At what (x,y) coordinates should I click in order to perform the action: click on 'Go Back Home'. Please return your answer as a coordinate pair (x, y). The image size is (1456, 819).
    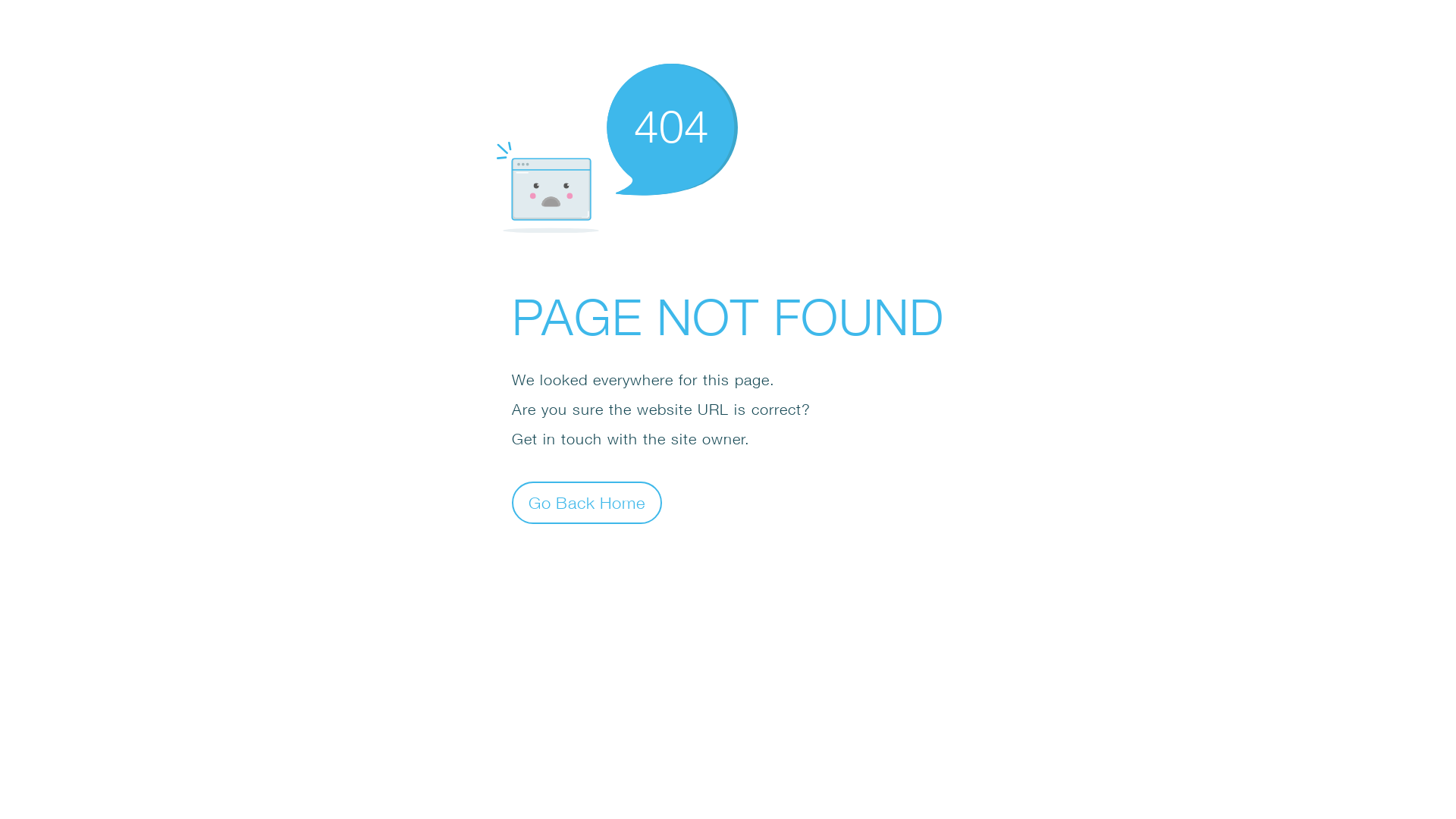
    Looking at the image, I should click on (585, 503).